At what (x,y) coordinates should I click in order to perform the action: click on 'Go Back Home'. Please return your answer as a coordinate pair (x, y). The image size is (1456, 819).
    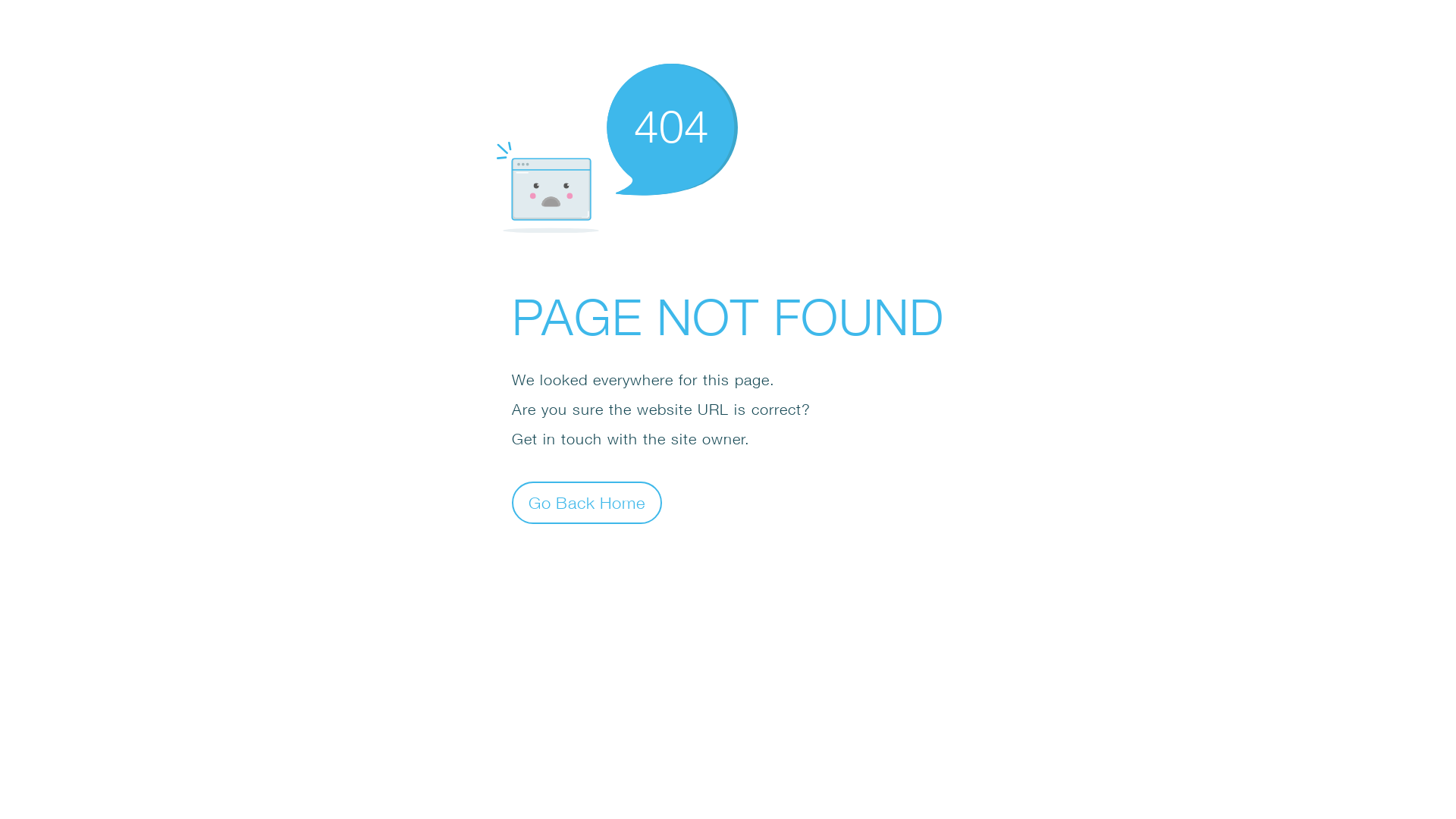
    Looking at the image, I should click on (585, 503).